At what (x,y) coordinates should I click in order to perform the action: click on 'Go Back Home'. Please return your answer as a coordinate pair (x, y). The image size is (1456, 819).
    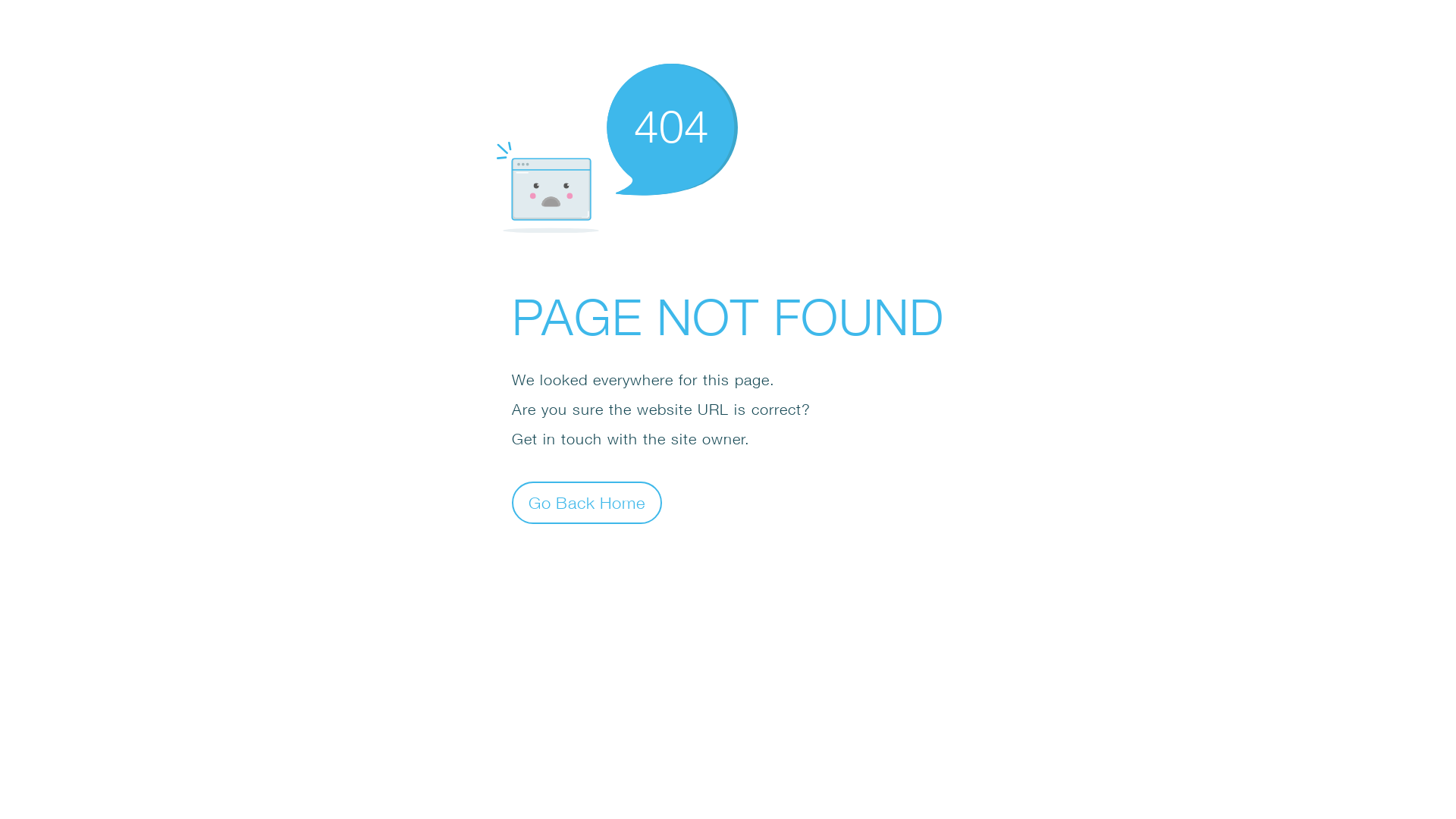
    Looking at the image, I should click on (585, 503).